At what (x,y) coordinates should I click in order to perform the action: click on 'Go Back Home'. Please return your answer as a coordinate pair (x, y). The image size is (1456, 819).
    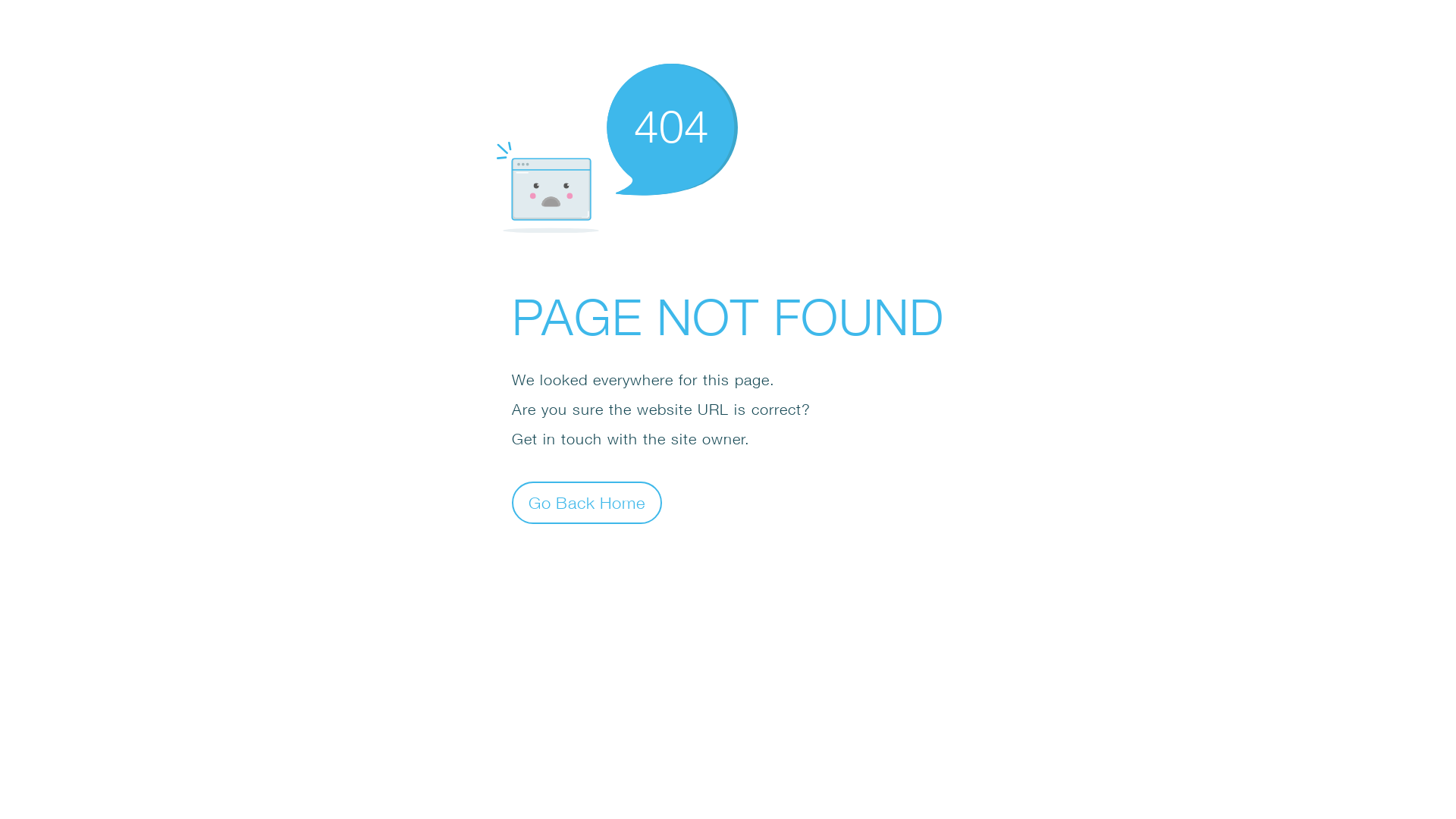
    Looking at the image, I should click on (585, 503).